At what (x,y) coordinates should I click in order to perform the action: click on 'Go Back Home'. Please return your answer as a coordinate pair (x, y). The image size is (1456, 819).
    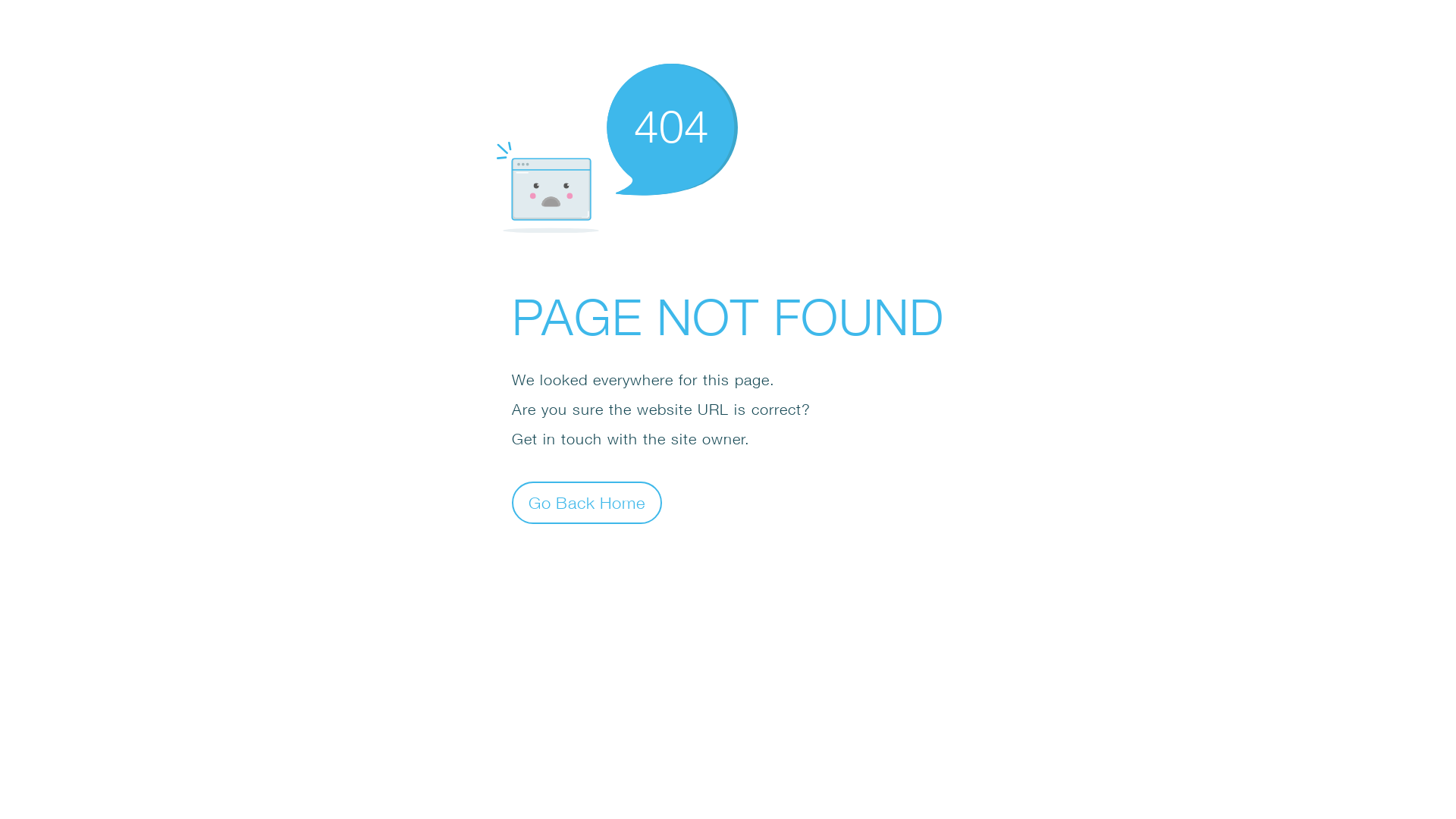
    Looking at the image, I should click on (585, 503).